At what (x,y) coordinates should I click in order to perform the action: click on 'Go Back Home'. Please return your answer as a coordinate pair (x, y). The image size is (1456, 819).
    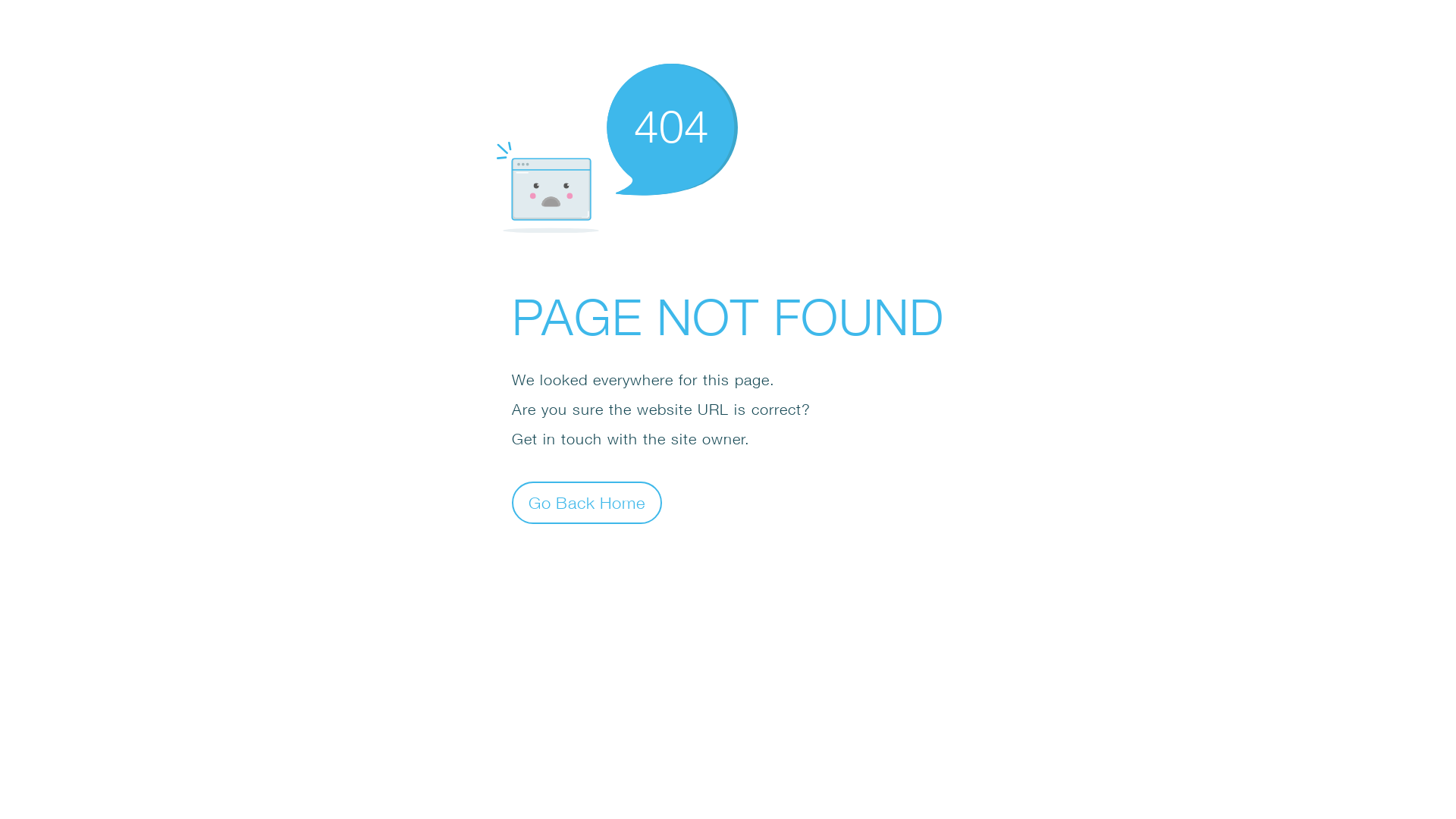
    Looking at the image, I should click on (585, 503).